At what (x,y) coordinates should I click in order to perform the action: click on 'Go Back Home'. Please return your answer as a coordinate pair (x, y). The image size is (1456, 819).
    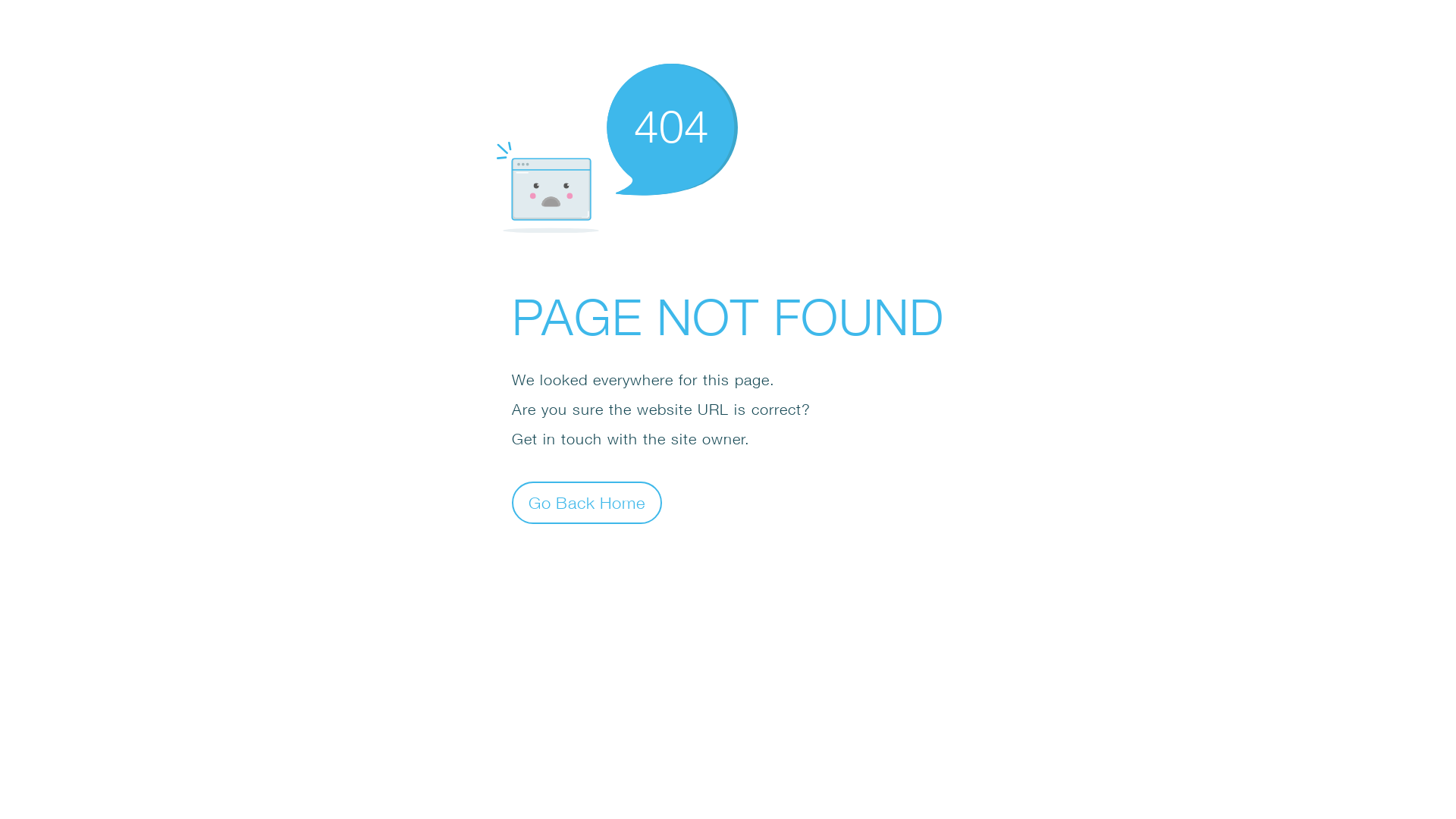
    Looking at the image, I should click on (585, 503).